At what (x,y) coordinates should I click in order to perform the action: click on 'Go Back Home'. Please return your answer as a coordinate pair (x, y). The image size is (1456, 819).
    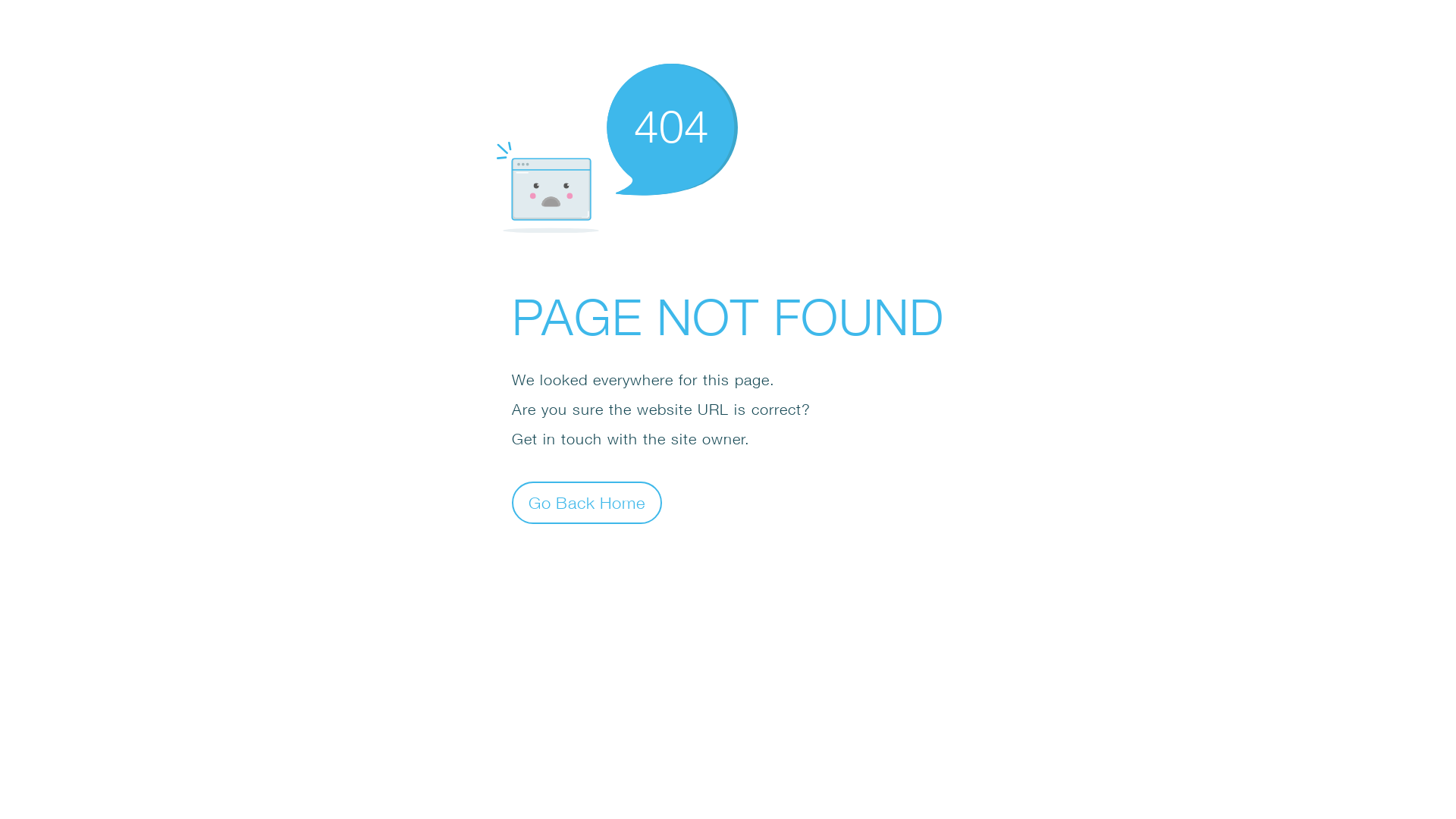
    Looking at the image, I should click on (585, 503).